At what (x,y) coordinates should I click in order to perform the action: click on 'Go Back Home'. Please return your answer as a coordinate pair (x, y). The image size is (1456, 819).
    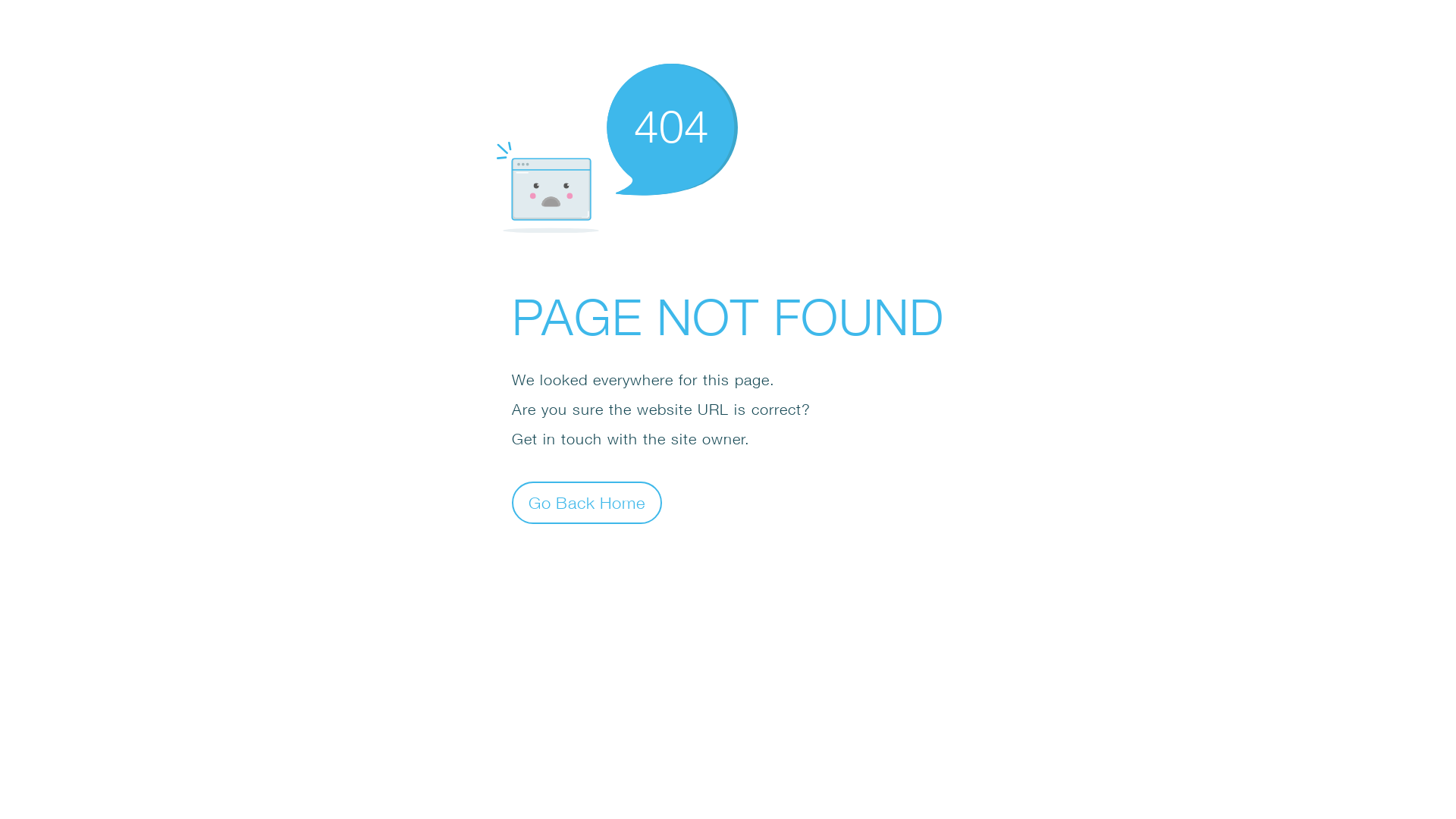
    Looking at the image, I should click on (585, 503).